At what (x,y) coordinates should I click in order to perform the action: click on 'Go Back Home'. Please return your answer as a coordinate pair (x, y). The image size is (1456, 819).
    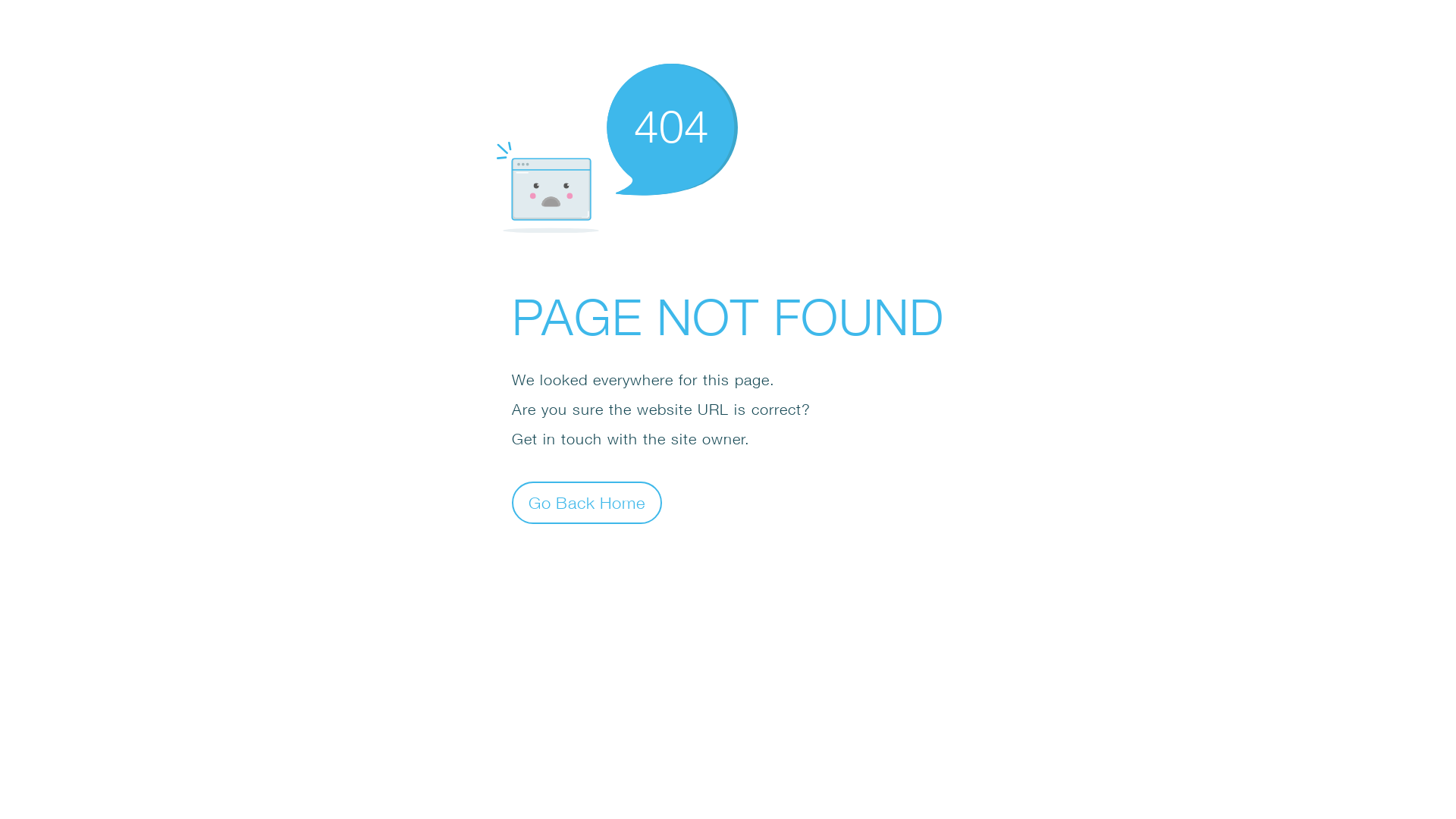
    Looking at the image, I should click on (585, 503).